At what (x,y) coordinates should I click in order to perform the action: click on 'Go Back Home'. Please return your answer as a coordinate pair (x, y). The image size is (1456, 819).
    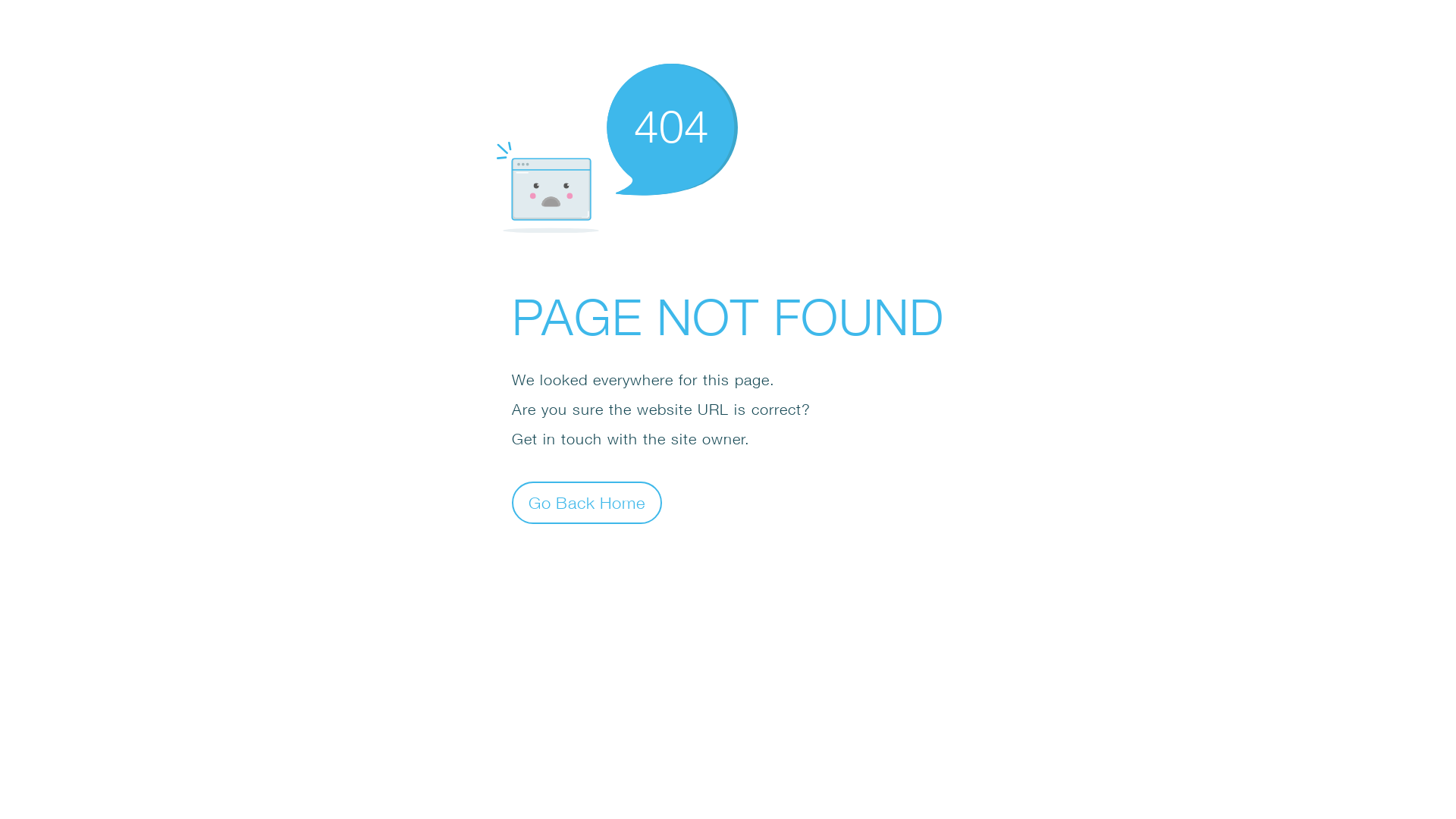
    Looking at the image, I should click on (585, 503).